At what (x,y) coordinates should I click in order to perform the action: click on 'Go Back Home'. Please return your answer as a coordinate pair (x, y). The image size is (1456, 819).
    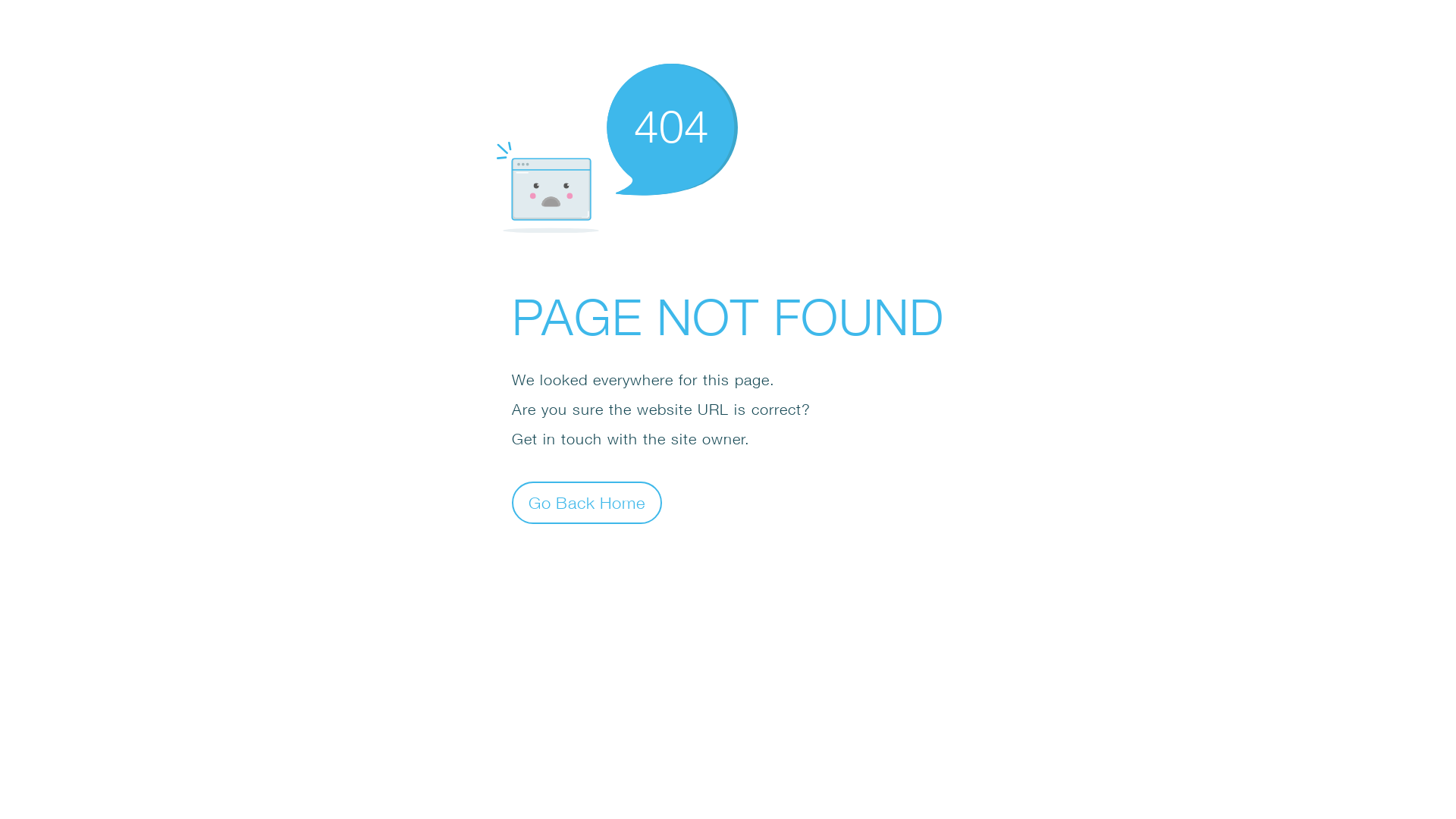
    Looking at the image, I should click on (585, 503).